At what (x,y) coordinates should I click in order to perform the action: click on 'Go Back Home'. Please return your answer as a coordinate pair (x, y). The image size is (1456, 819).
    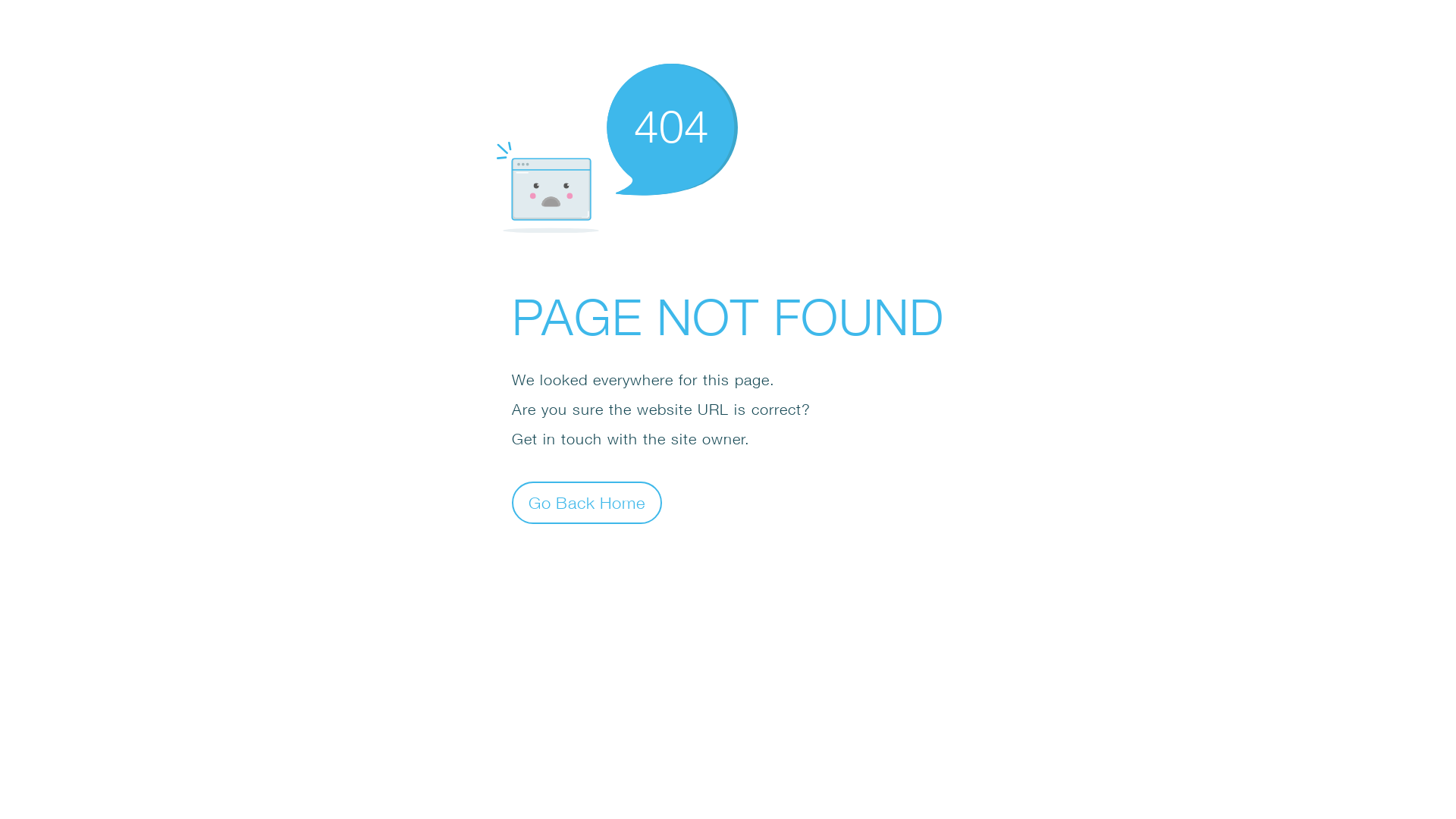
    Looking at the image, I should click on (585, 503).